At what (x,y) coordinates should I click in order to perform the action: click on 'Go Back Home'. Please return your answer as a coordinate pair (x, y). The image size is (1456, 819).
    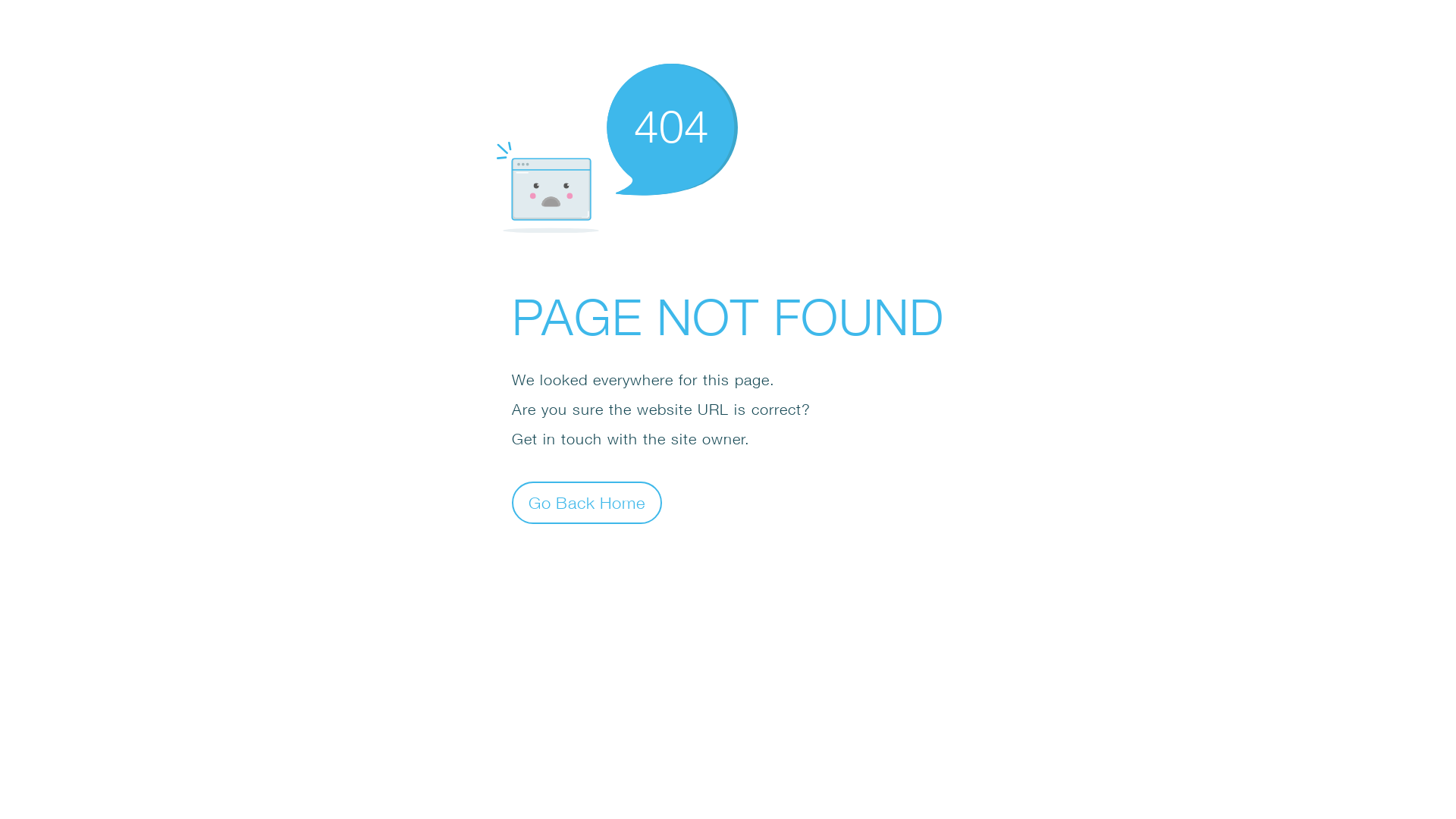
    Looking at the image, I should click on (585, 503).